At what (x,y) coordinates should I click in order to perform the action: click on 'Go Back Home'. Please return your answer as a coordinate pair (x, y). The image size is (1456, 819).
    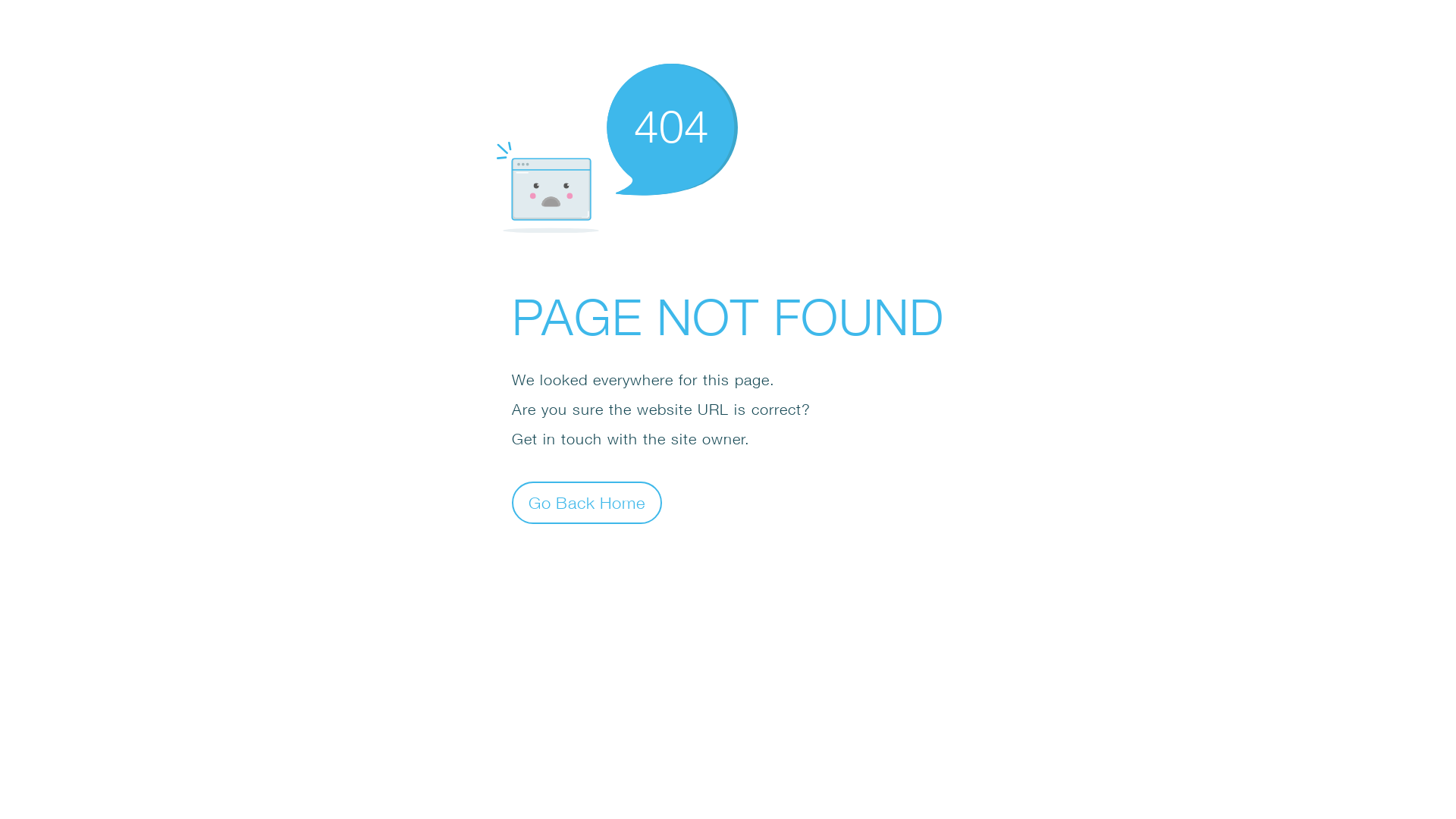
    Looking at the image, I should click on (585, 503).